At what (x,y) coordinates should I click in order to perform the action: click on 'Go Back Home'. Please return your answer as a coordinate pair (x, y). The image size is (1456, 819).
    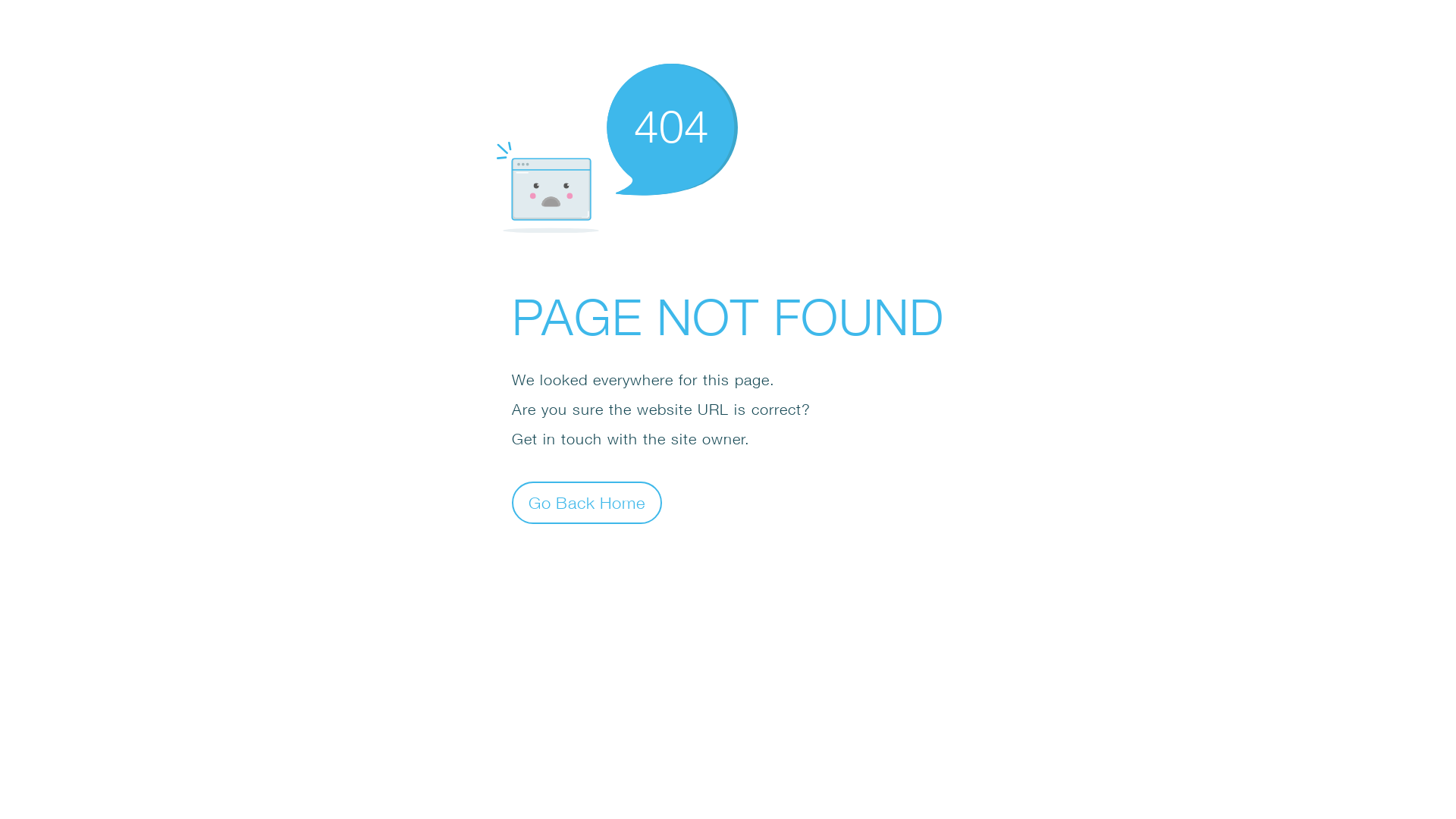
    Looking at the image, I should click on (585, 503).